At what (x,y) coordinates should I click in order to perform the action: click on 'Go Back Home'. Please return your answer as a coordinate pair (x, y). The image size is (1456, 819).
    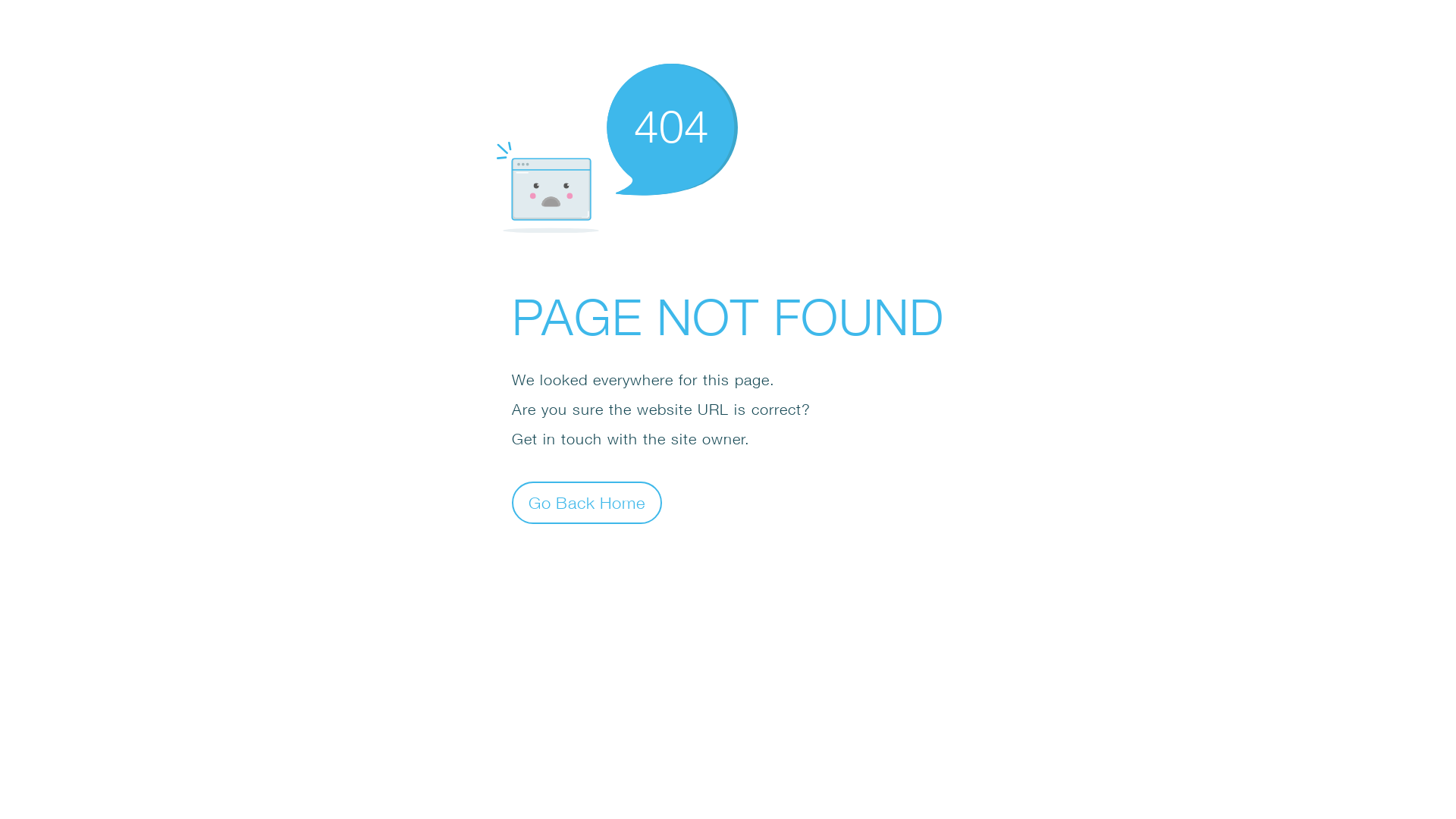
    Looking at the image, I should click on (585, 503).